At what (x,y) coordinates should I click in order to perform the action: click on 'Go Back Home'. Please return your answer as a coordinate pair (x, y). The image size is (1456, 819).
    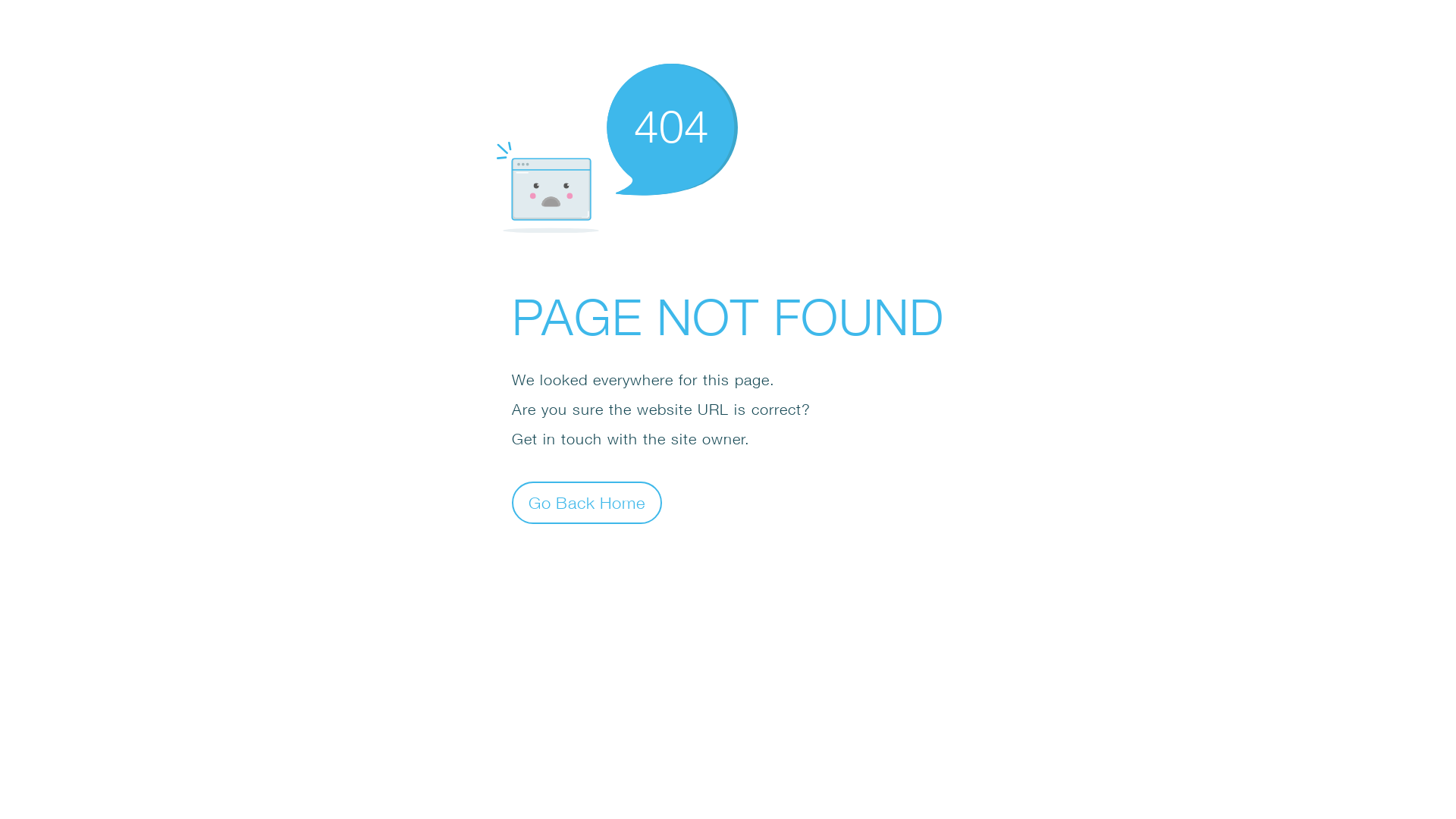
    Looking at the image, I should click on (585, 503).